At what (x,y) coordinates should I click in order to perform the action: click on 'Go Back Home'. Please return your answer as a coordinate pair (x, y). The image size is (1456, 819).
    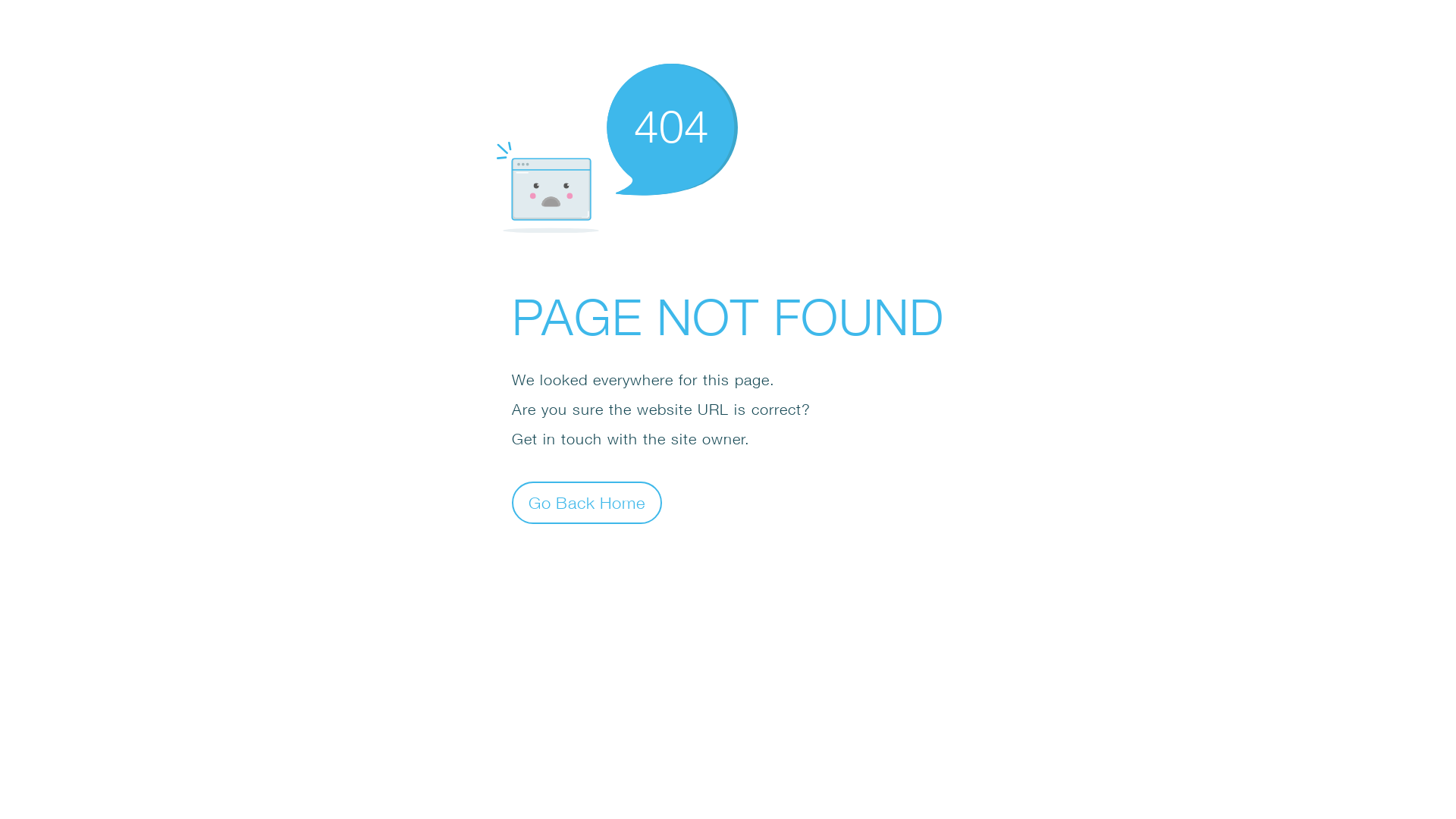
    Looking at the image, I should click on (585, 503).